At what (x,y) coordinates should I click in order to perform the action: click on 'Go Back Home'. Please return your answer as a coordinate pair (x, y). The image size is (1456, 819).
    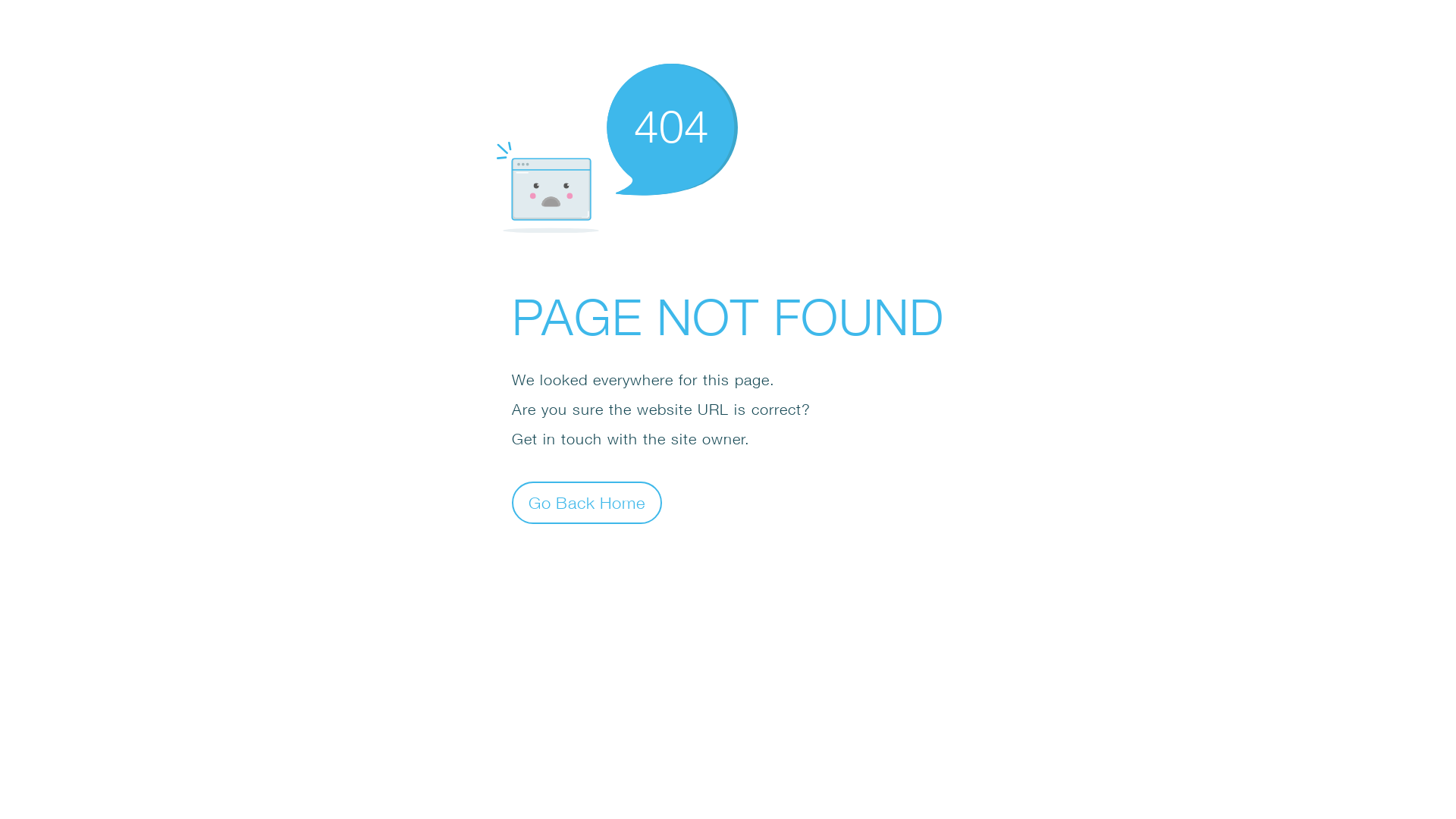
    Looking at the image, I should click on (585, 503).